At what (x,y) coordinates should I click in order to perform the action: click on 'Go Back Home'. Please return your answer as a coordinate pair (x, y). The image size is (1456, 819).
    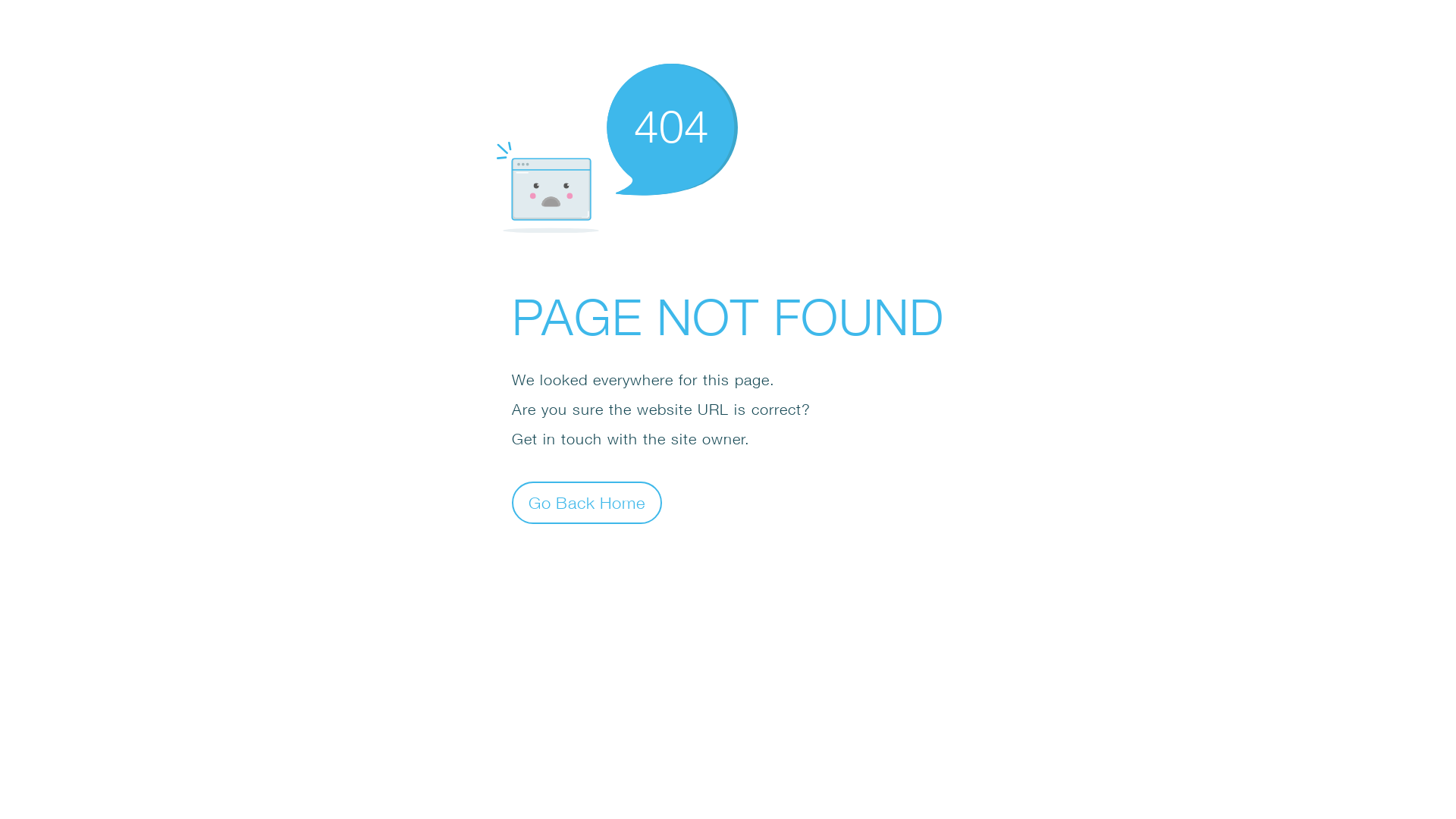
    Looking at the image, I should click on (585, 503).